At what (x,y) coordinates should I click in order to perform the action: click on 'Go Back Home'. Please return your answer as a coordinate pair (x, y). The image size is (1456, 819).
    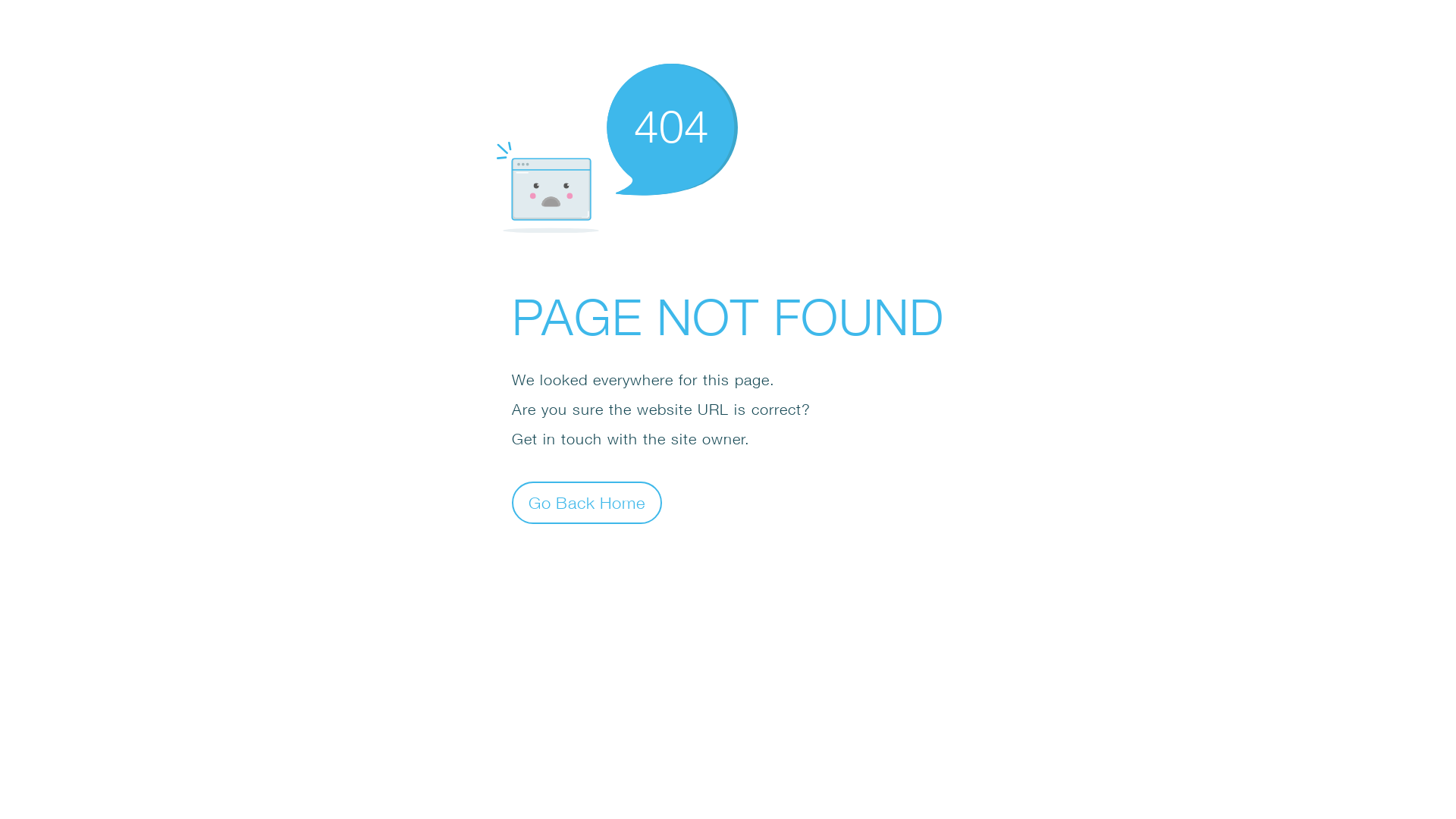
    Looking at the image, I should click on (585, 503).